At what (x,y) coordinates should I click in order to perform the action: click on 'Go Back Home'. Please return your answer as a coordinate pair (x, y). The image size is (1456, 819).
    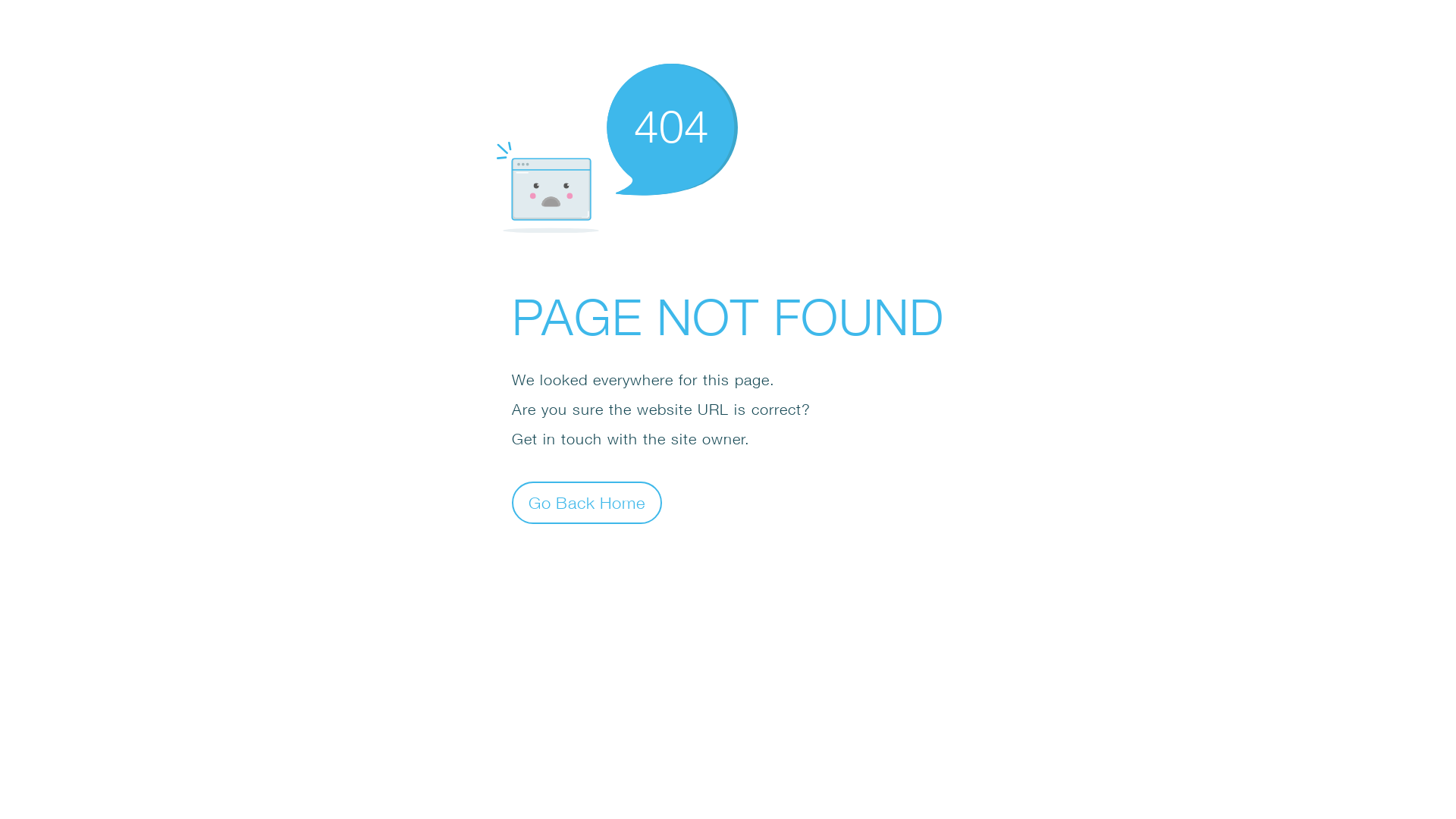
    Looking at the image, I should click on (585, 503).